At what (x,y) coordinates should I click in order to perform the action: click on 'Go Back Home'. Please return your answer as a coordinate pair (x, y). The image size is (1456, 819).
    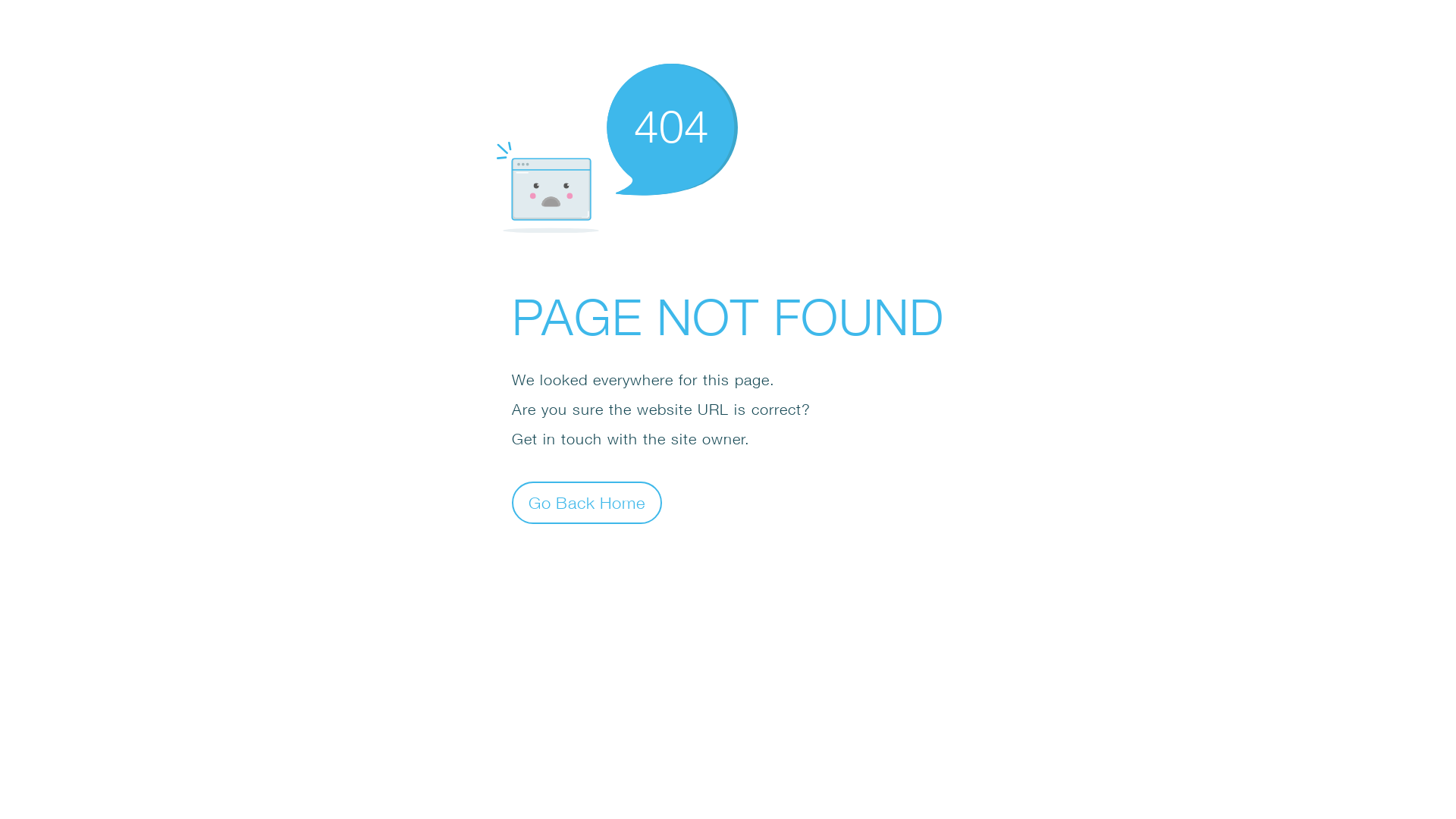
    Looking at the image, I should click on (585, 503).